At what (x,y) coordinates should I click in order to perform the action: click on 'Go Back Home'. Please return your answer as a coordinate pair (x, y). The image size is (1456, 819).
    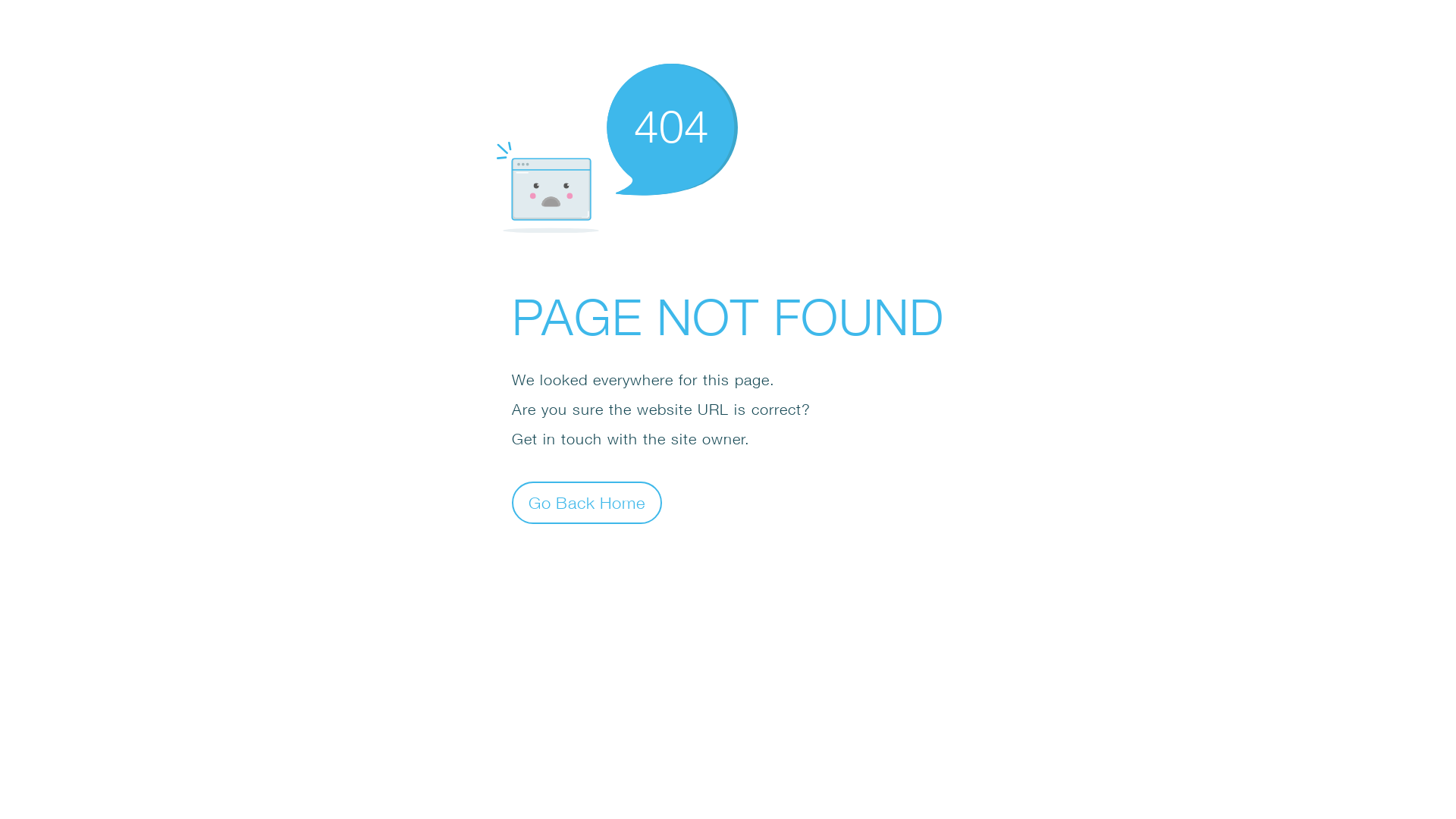
    Looking at the image, I should click on (585, 503).